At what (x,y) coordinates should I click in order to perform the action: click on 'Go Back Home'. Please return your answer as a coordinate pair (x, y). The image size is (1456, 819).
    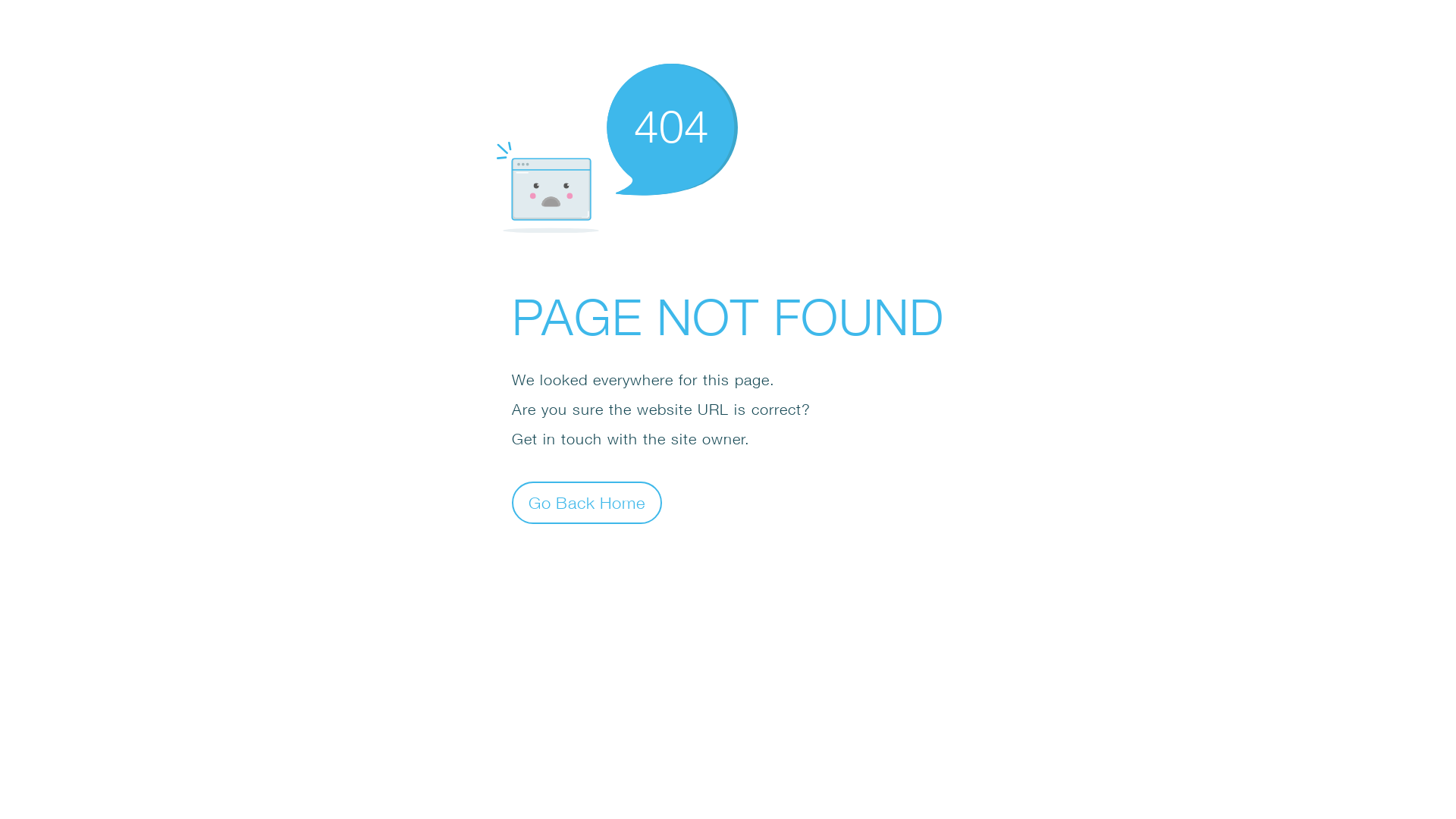
    Looking at the image, I should click on (585, 503).